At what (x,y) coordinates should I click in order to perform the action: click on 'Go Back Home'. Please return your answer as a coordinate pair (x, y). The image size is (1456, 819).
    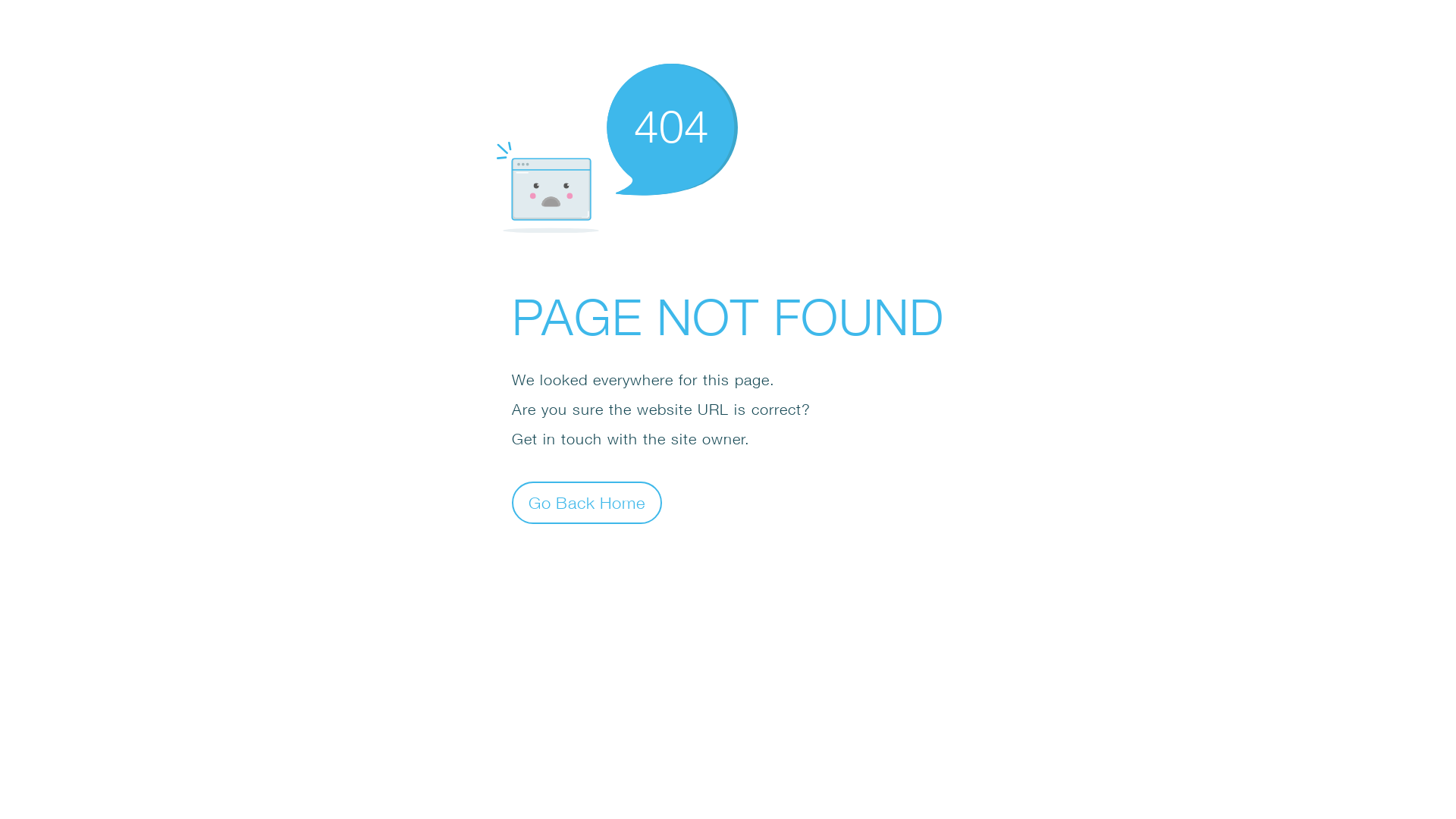
    Looking at the image, I should click on (585, 503).